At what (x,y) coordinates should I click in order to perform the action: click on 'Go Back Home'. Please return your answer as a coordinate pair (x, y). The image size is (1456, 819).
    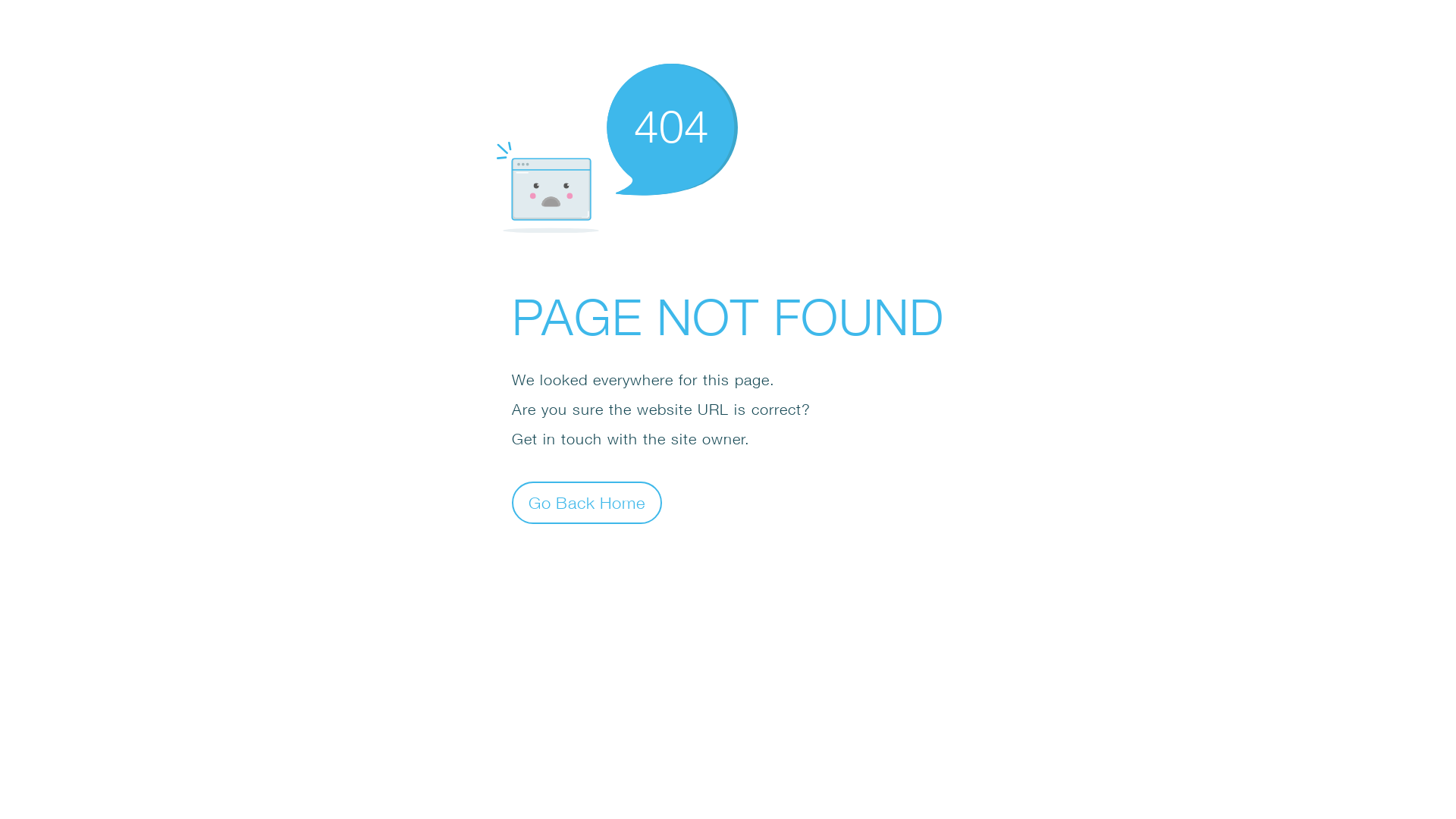
    Looking at the image, I should click on (585, 503).